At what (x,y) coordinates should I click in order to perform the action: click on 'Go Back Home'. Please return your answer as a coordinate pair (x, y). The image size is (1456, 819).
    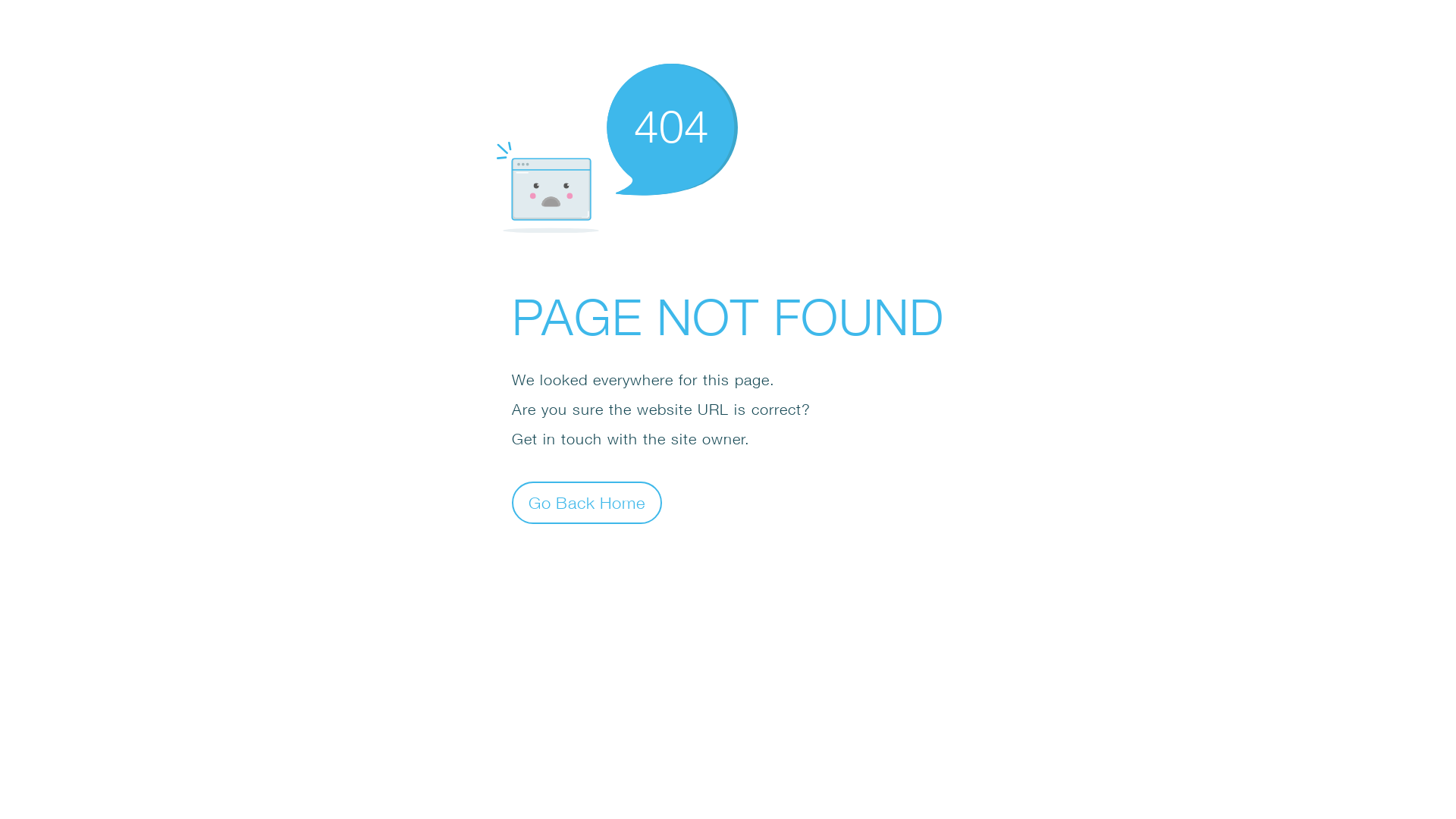
    Looking at the image, I should click on (585, 503).